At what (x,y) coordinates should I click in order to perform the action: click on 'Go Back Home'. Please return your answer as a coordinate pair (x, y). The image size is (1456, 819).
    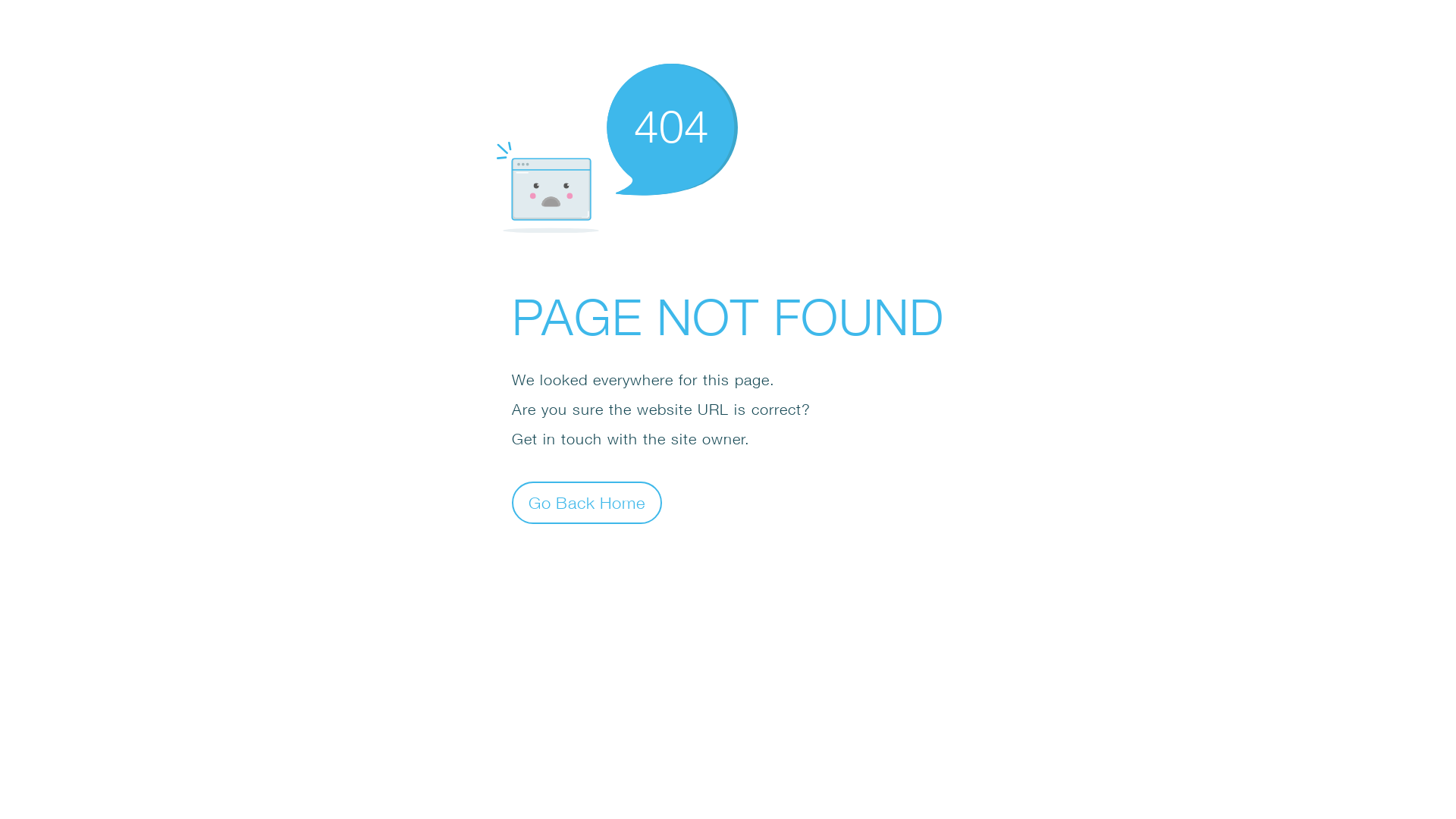
    Looking at the image, I should click on (585, 503).